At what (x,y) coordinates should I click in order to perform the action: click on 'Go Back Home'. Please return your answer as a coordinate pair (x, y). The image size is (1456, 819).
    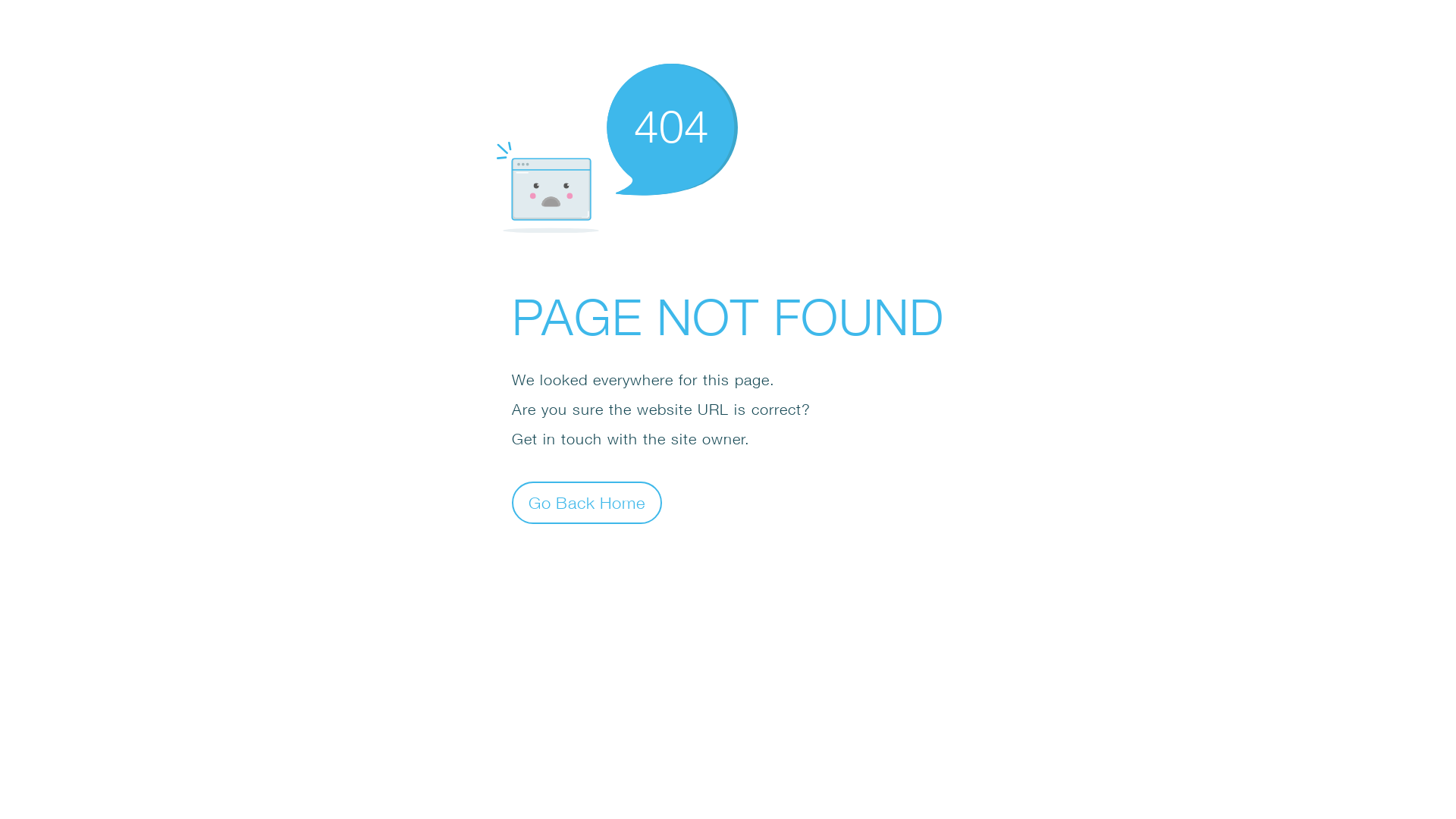
    Looking at the image, I should click on (585, 503).